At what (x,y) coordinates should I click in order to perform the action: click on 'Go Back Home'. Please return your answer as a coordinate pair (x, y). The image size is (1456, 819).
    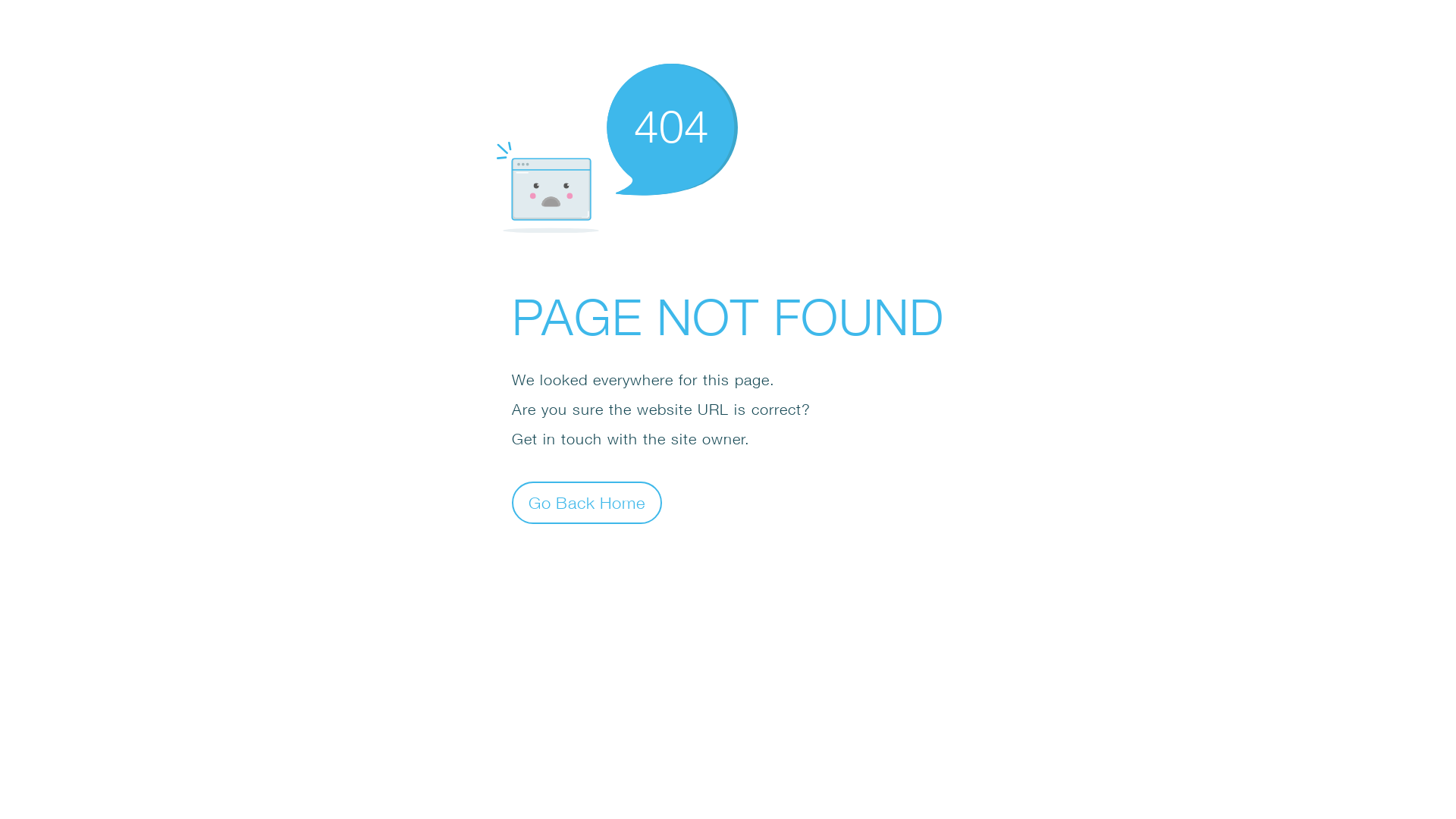
    Looking at the image, I should click on (585, 503).